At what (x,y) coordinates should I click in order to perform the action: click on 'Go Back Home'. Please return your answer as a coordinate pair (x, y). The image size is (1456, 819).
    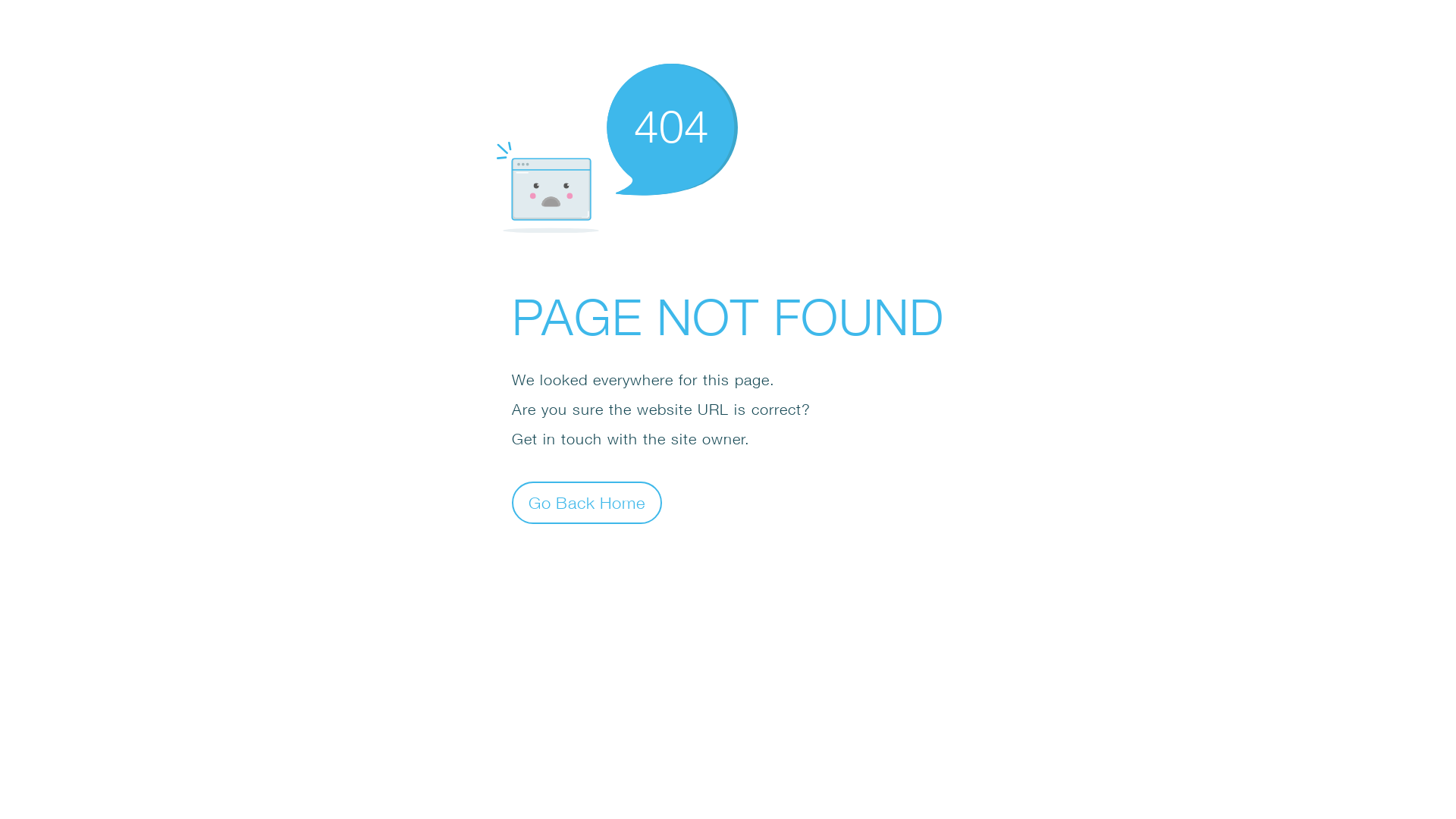
    Looking at the image, I should click on (585, 503).